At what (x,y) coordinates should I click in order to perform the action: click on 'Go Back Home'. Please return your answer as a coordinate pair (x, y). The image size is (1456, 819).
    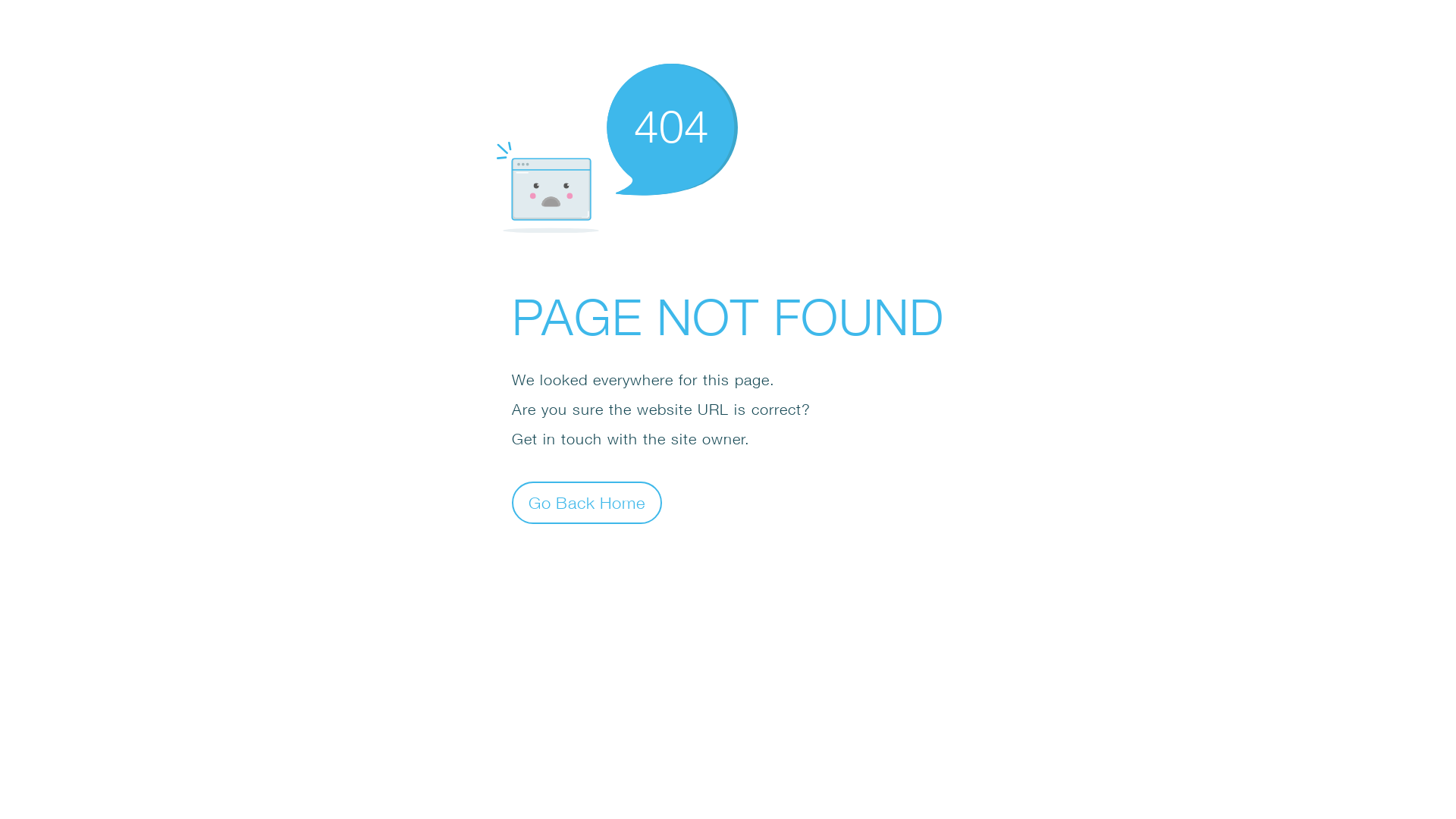
    Looking at the image, I should click on (585, 503).